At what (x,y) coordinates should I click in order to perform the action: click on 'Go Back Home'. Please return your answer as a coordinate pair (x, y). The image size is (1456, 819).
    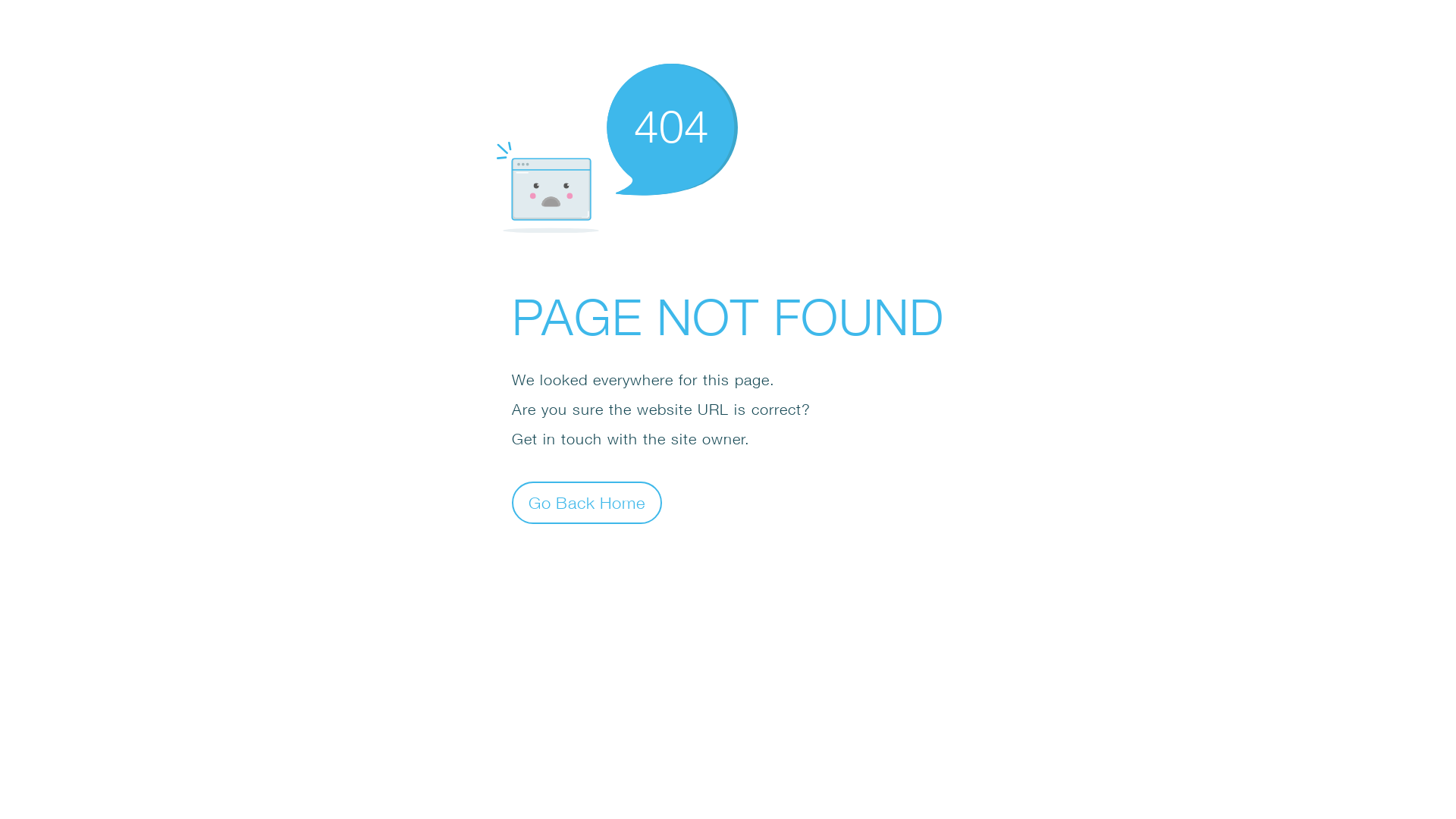
    Looking at the image, I should click on (585, 503).